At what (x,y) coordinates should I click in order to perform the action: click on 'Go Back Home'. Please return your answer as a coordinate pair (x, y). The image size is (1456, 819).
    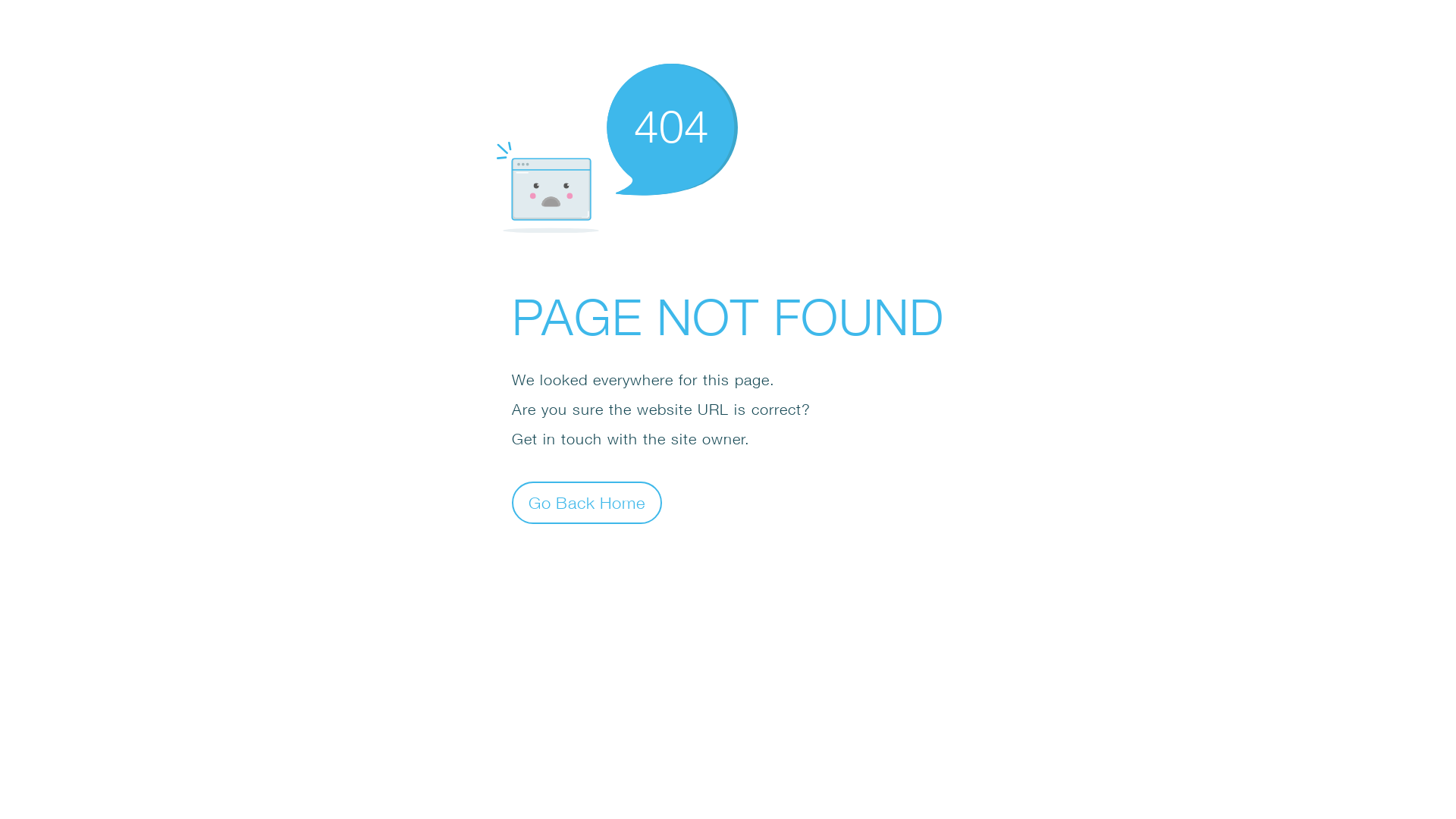
    Looking at the image, I should click on (585, 503).